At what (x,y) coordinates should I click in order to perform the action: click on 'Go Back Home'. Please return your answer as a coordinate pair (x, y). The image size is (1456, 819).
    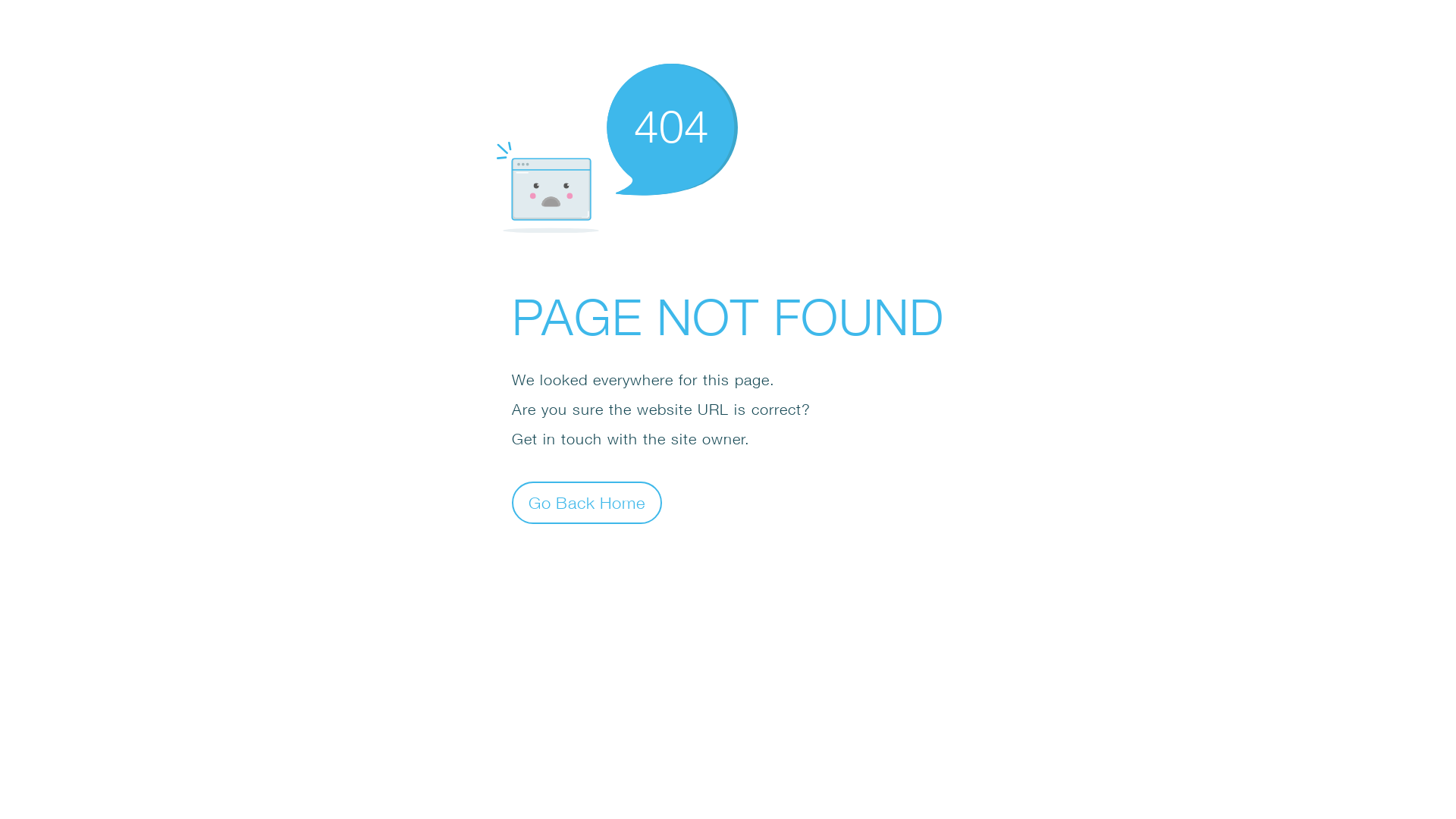
    Looking at the image, I should click on (585, 503).